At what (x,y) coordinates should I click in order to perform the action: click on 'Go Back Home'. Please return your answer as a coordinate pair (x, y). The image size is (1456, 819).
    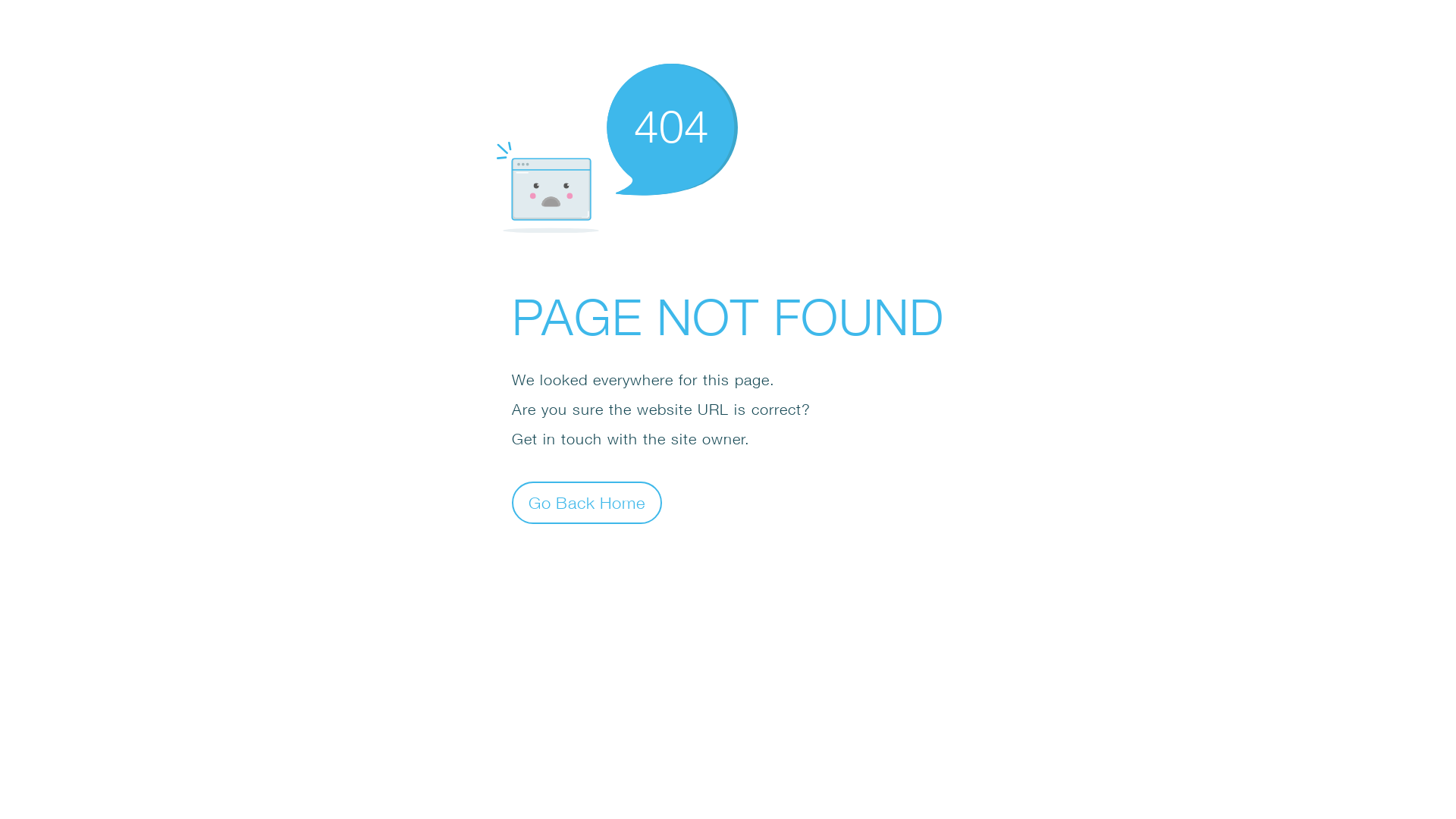
    Looking at the image, I should click on (585, 503).